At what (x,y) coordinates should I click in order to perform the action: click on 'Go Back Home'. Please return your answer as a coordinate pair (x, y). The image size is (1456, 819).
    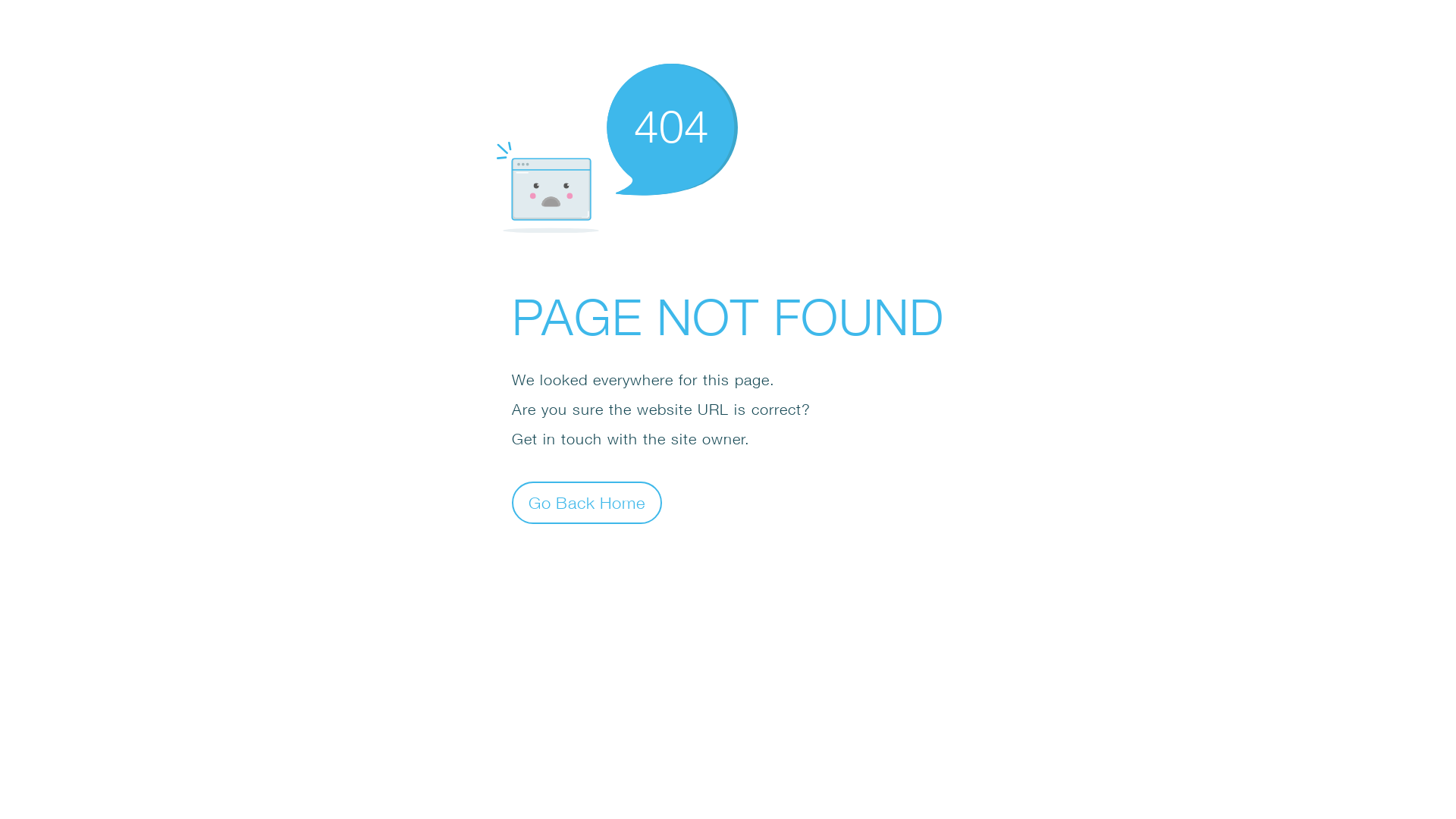
    Looking at the image, I should click on (585, 503).